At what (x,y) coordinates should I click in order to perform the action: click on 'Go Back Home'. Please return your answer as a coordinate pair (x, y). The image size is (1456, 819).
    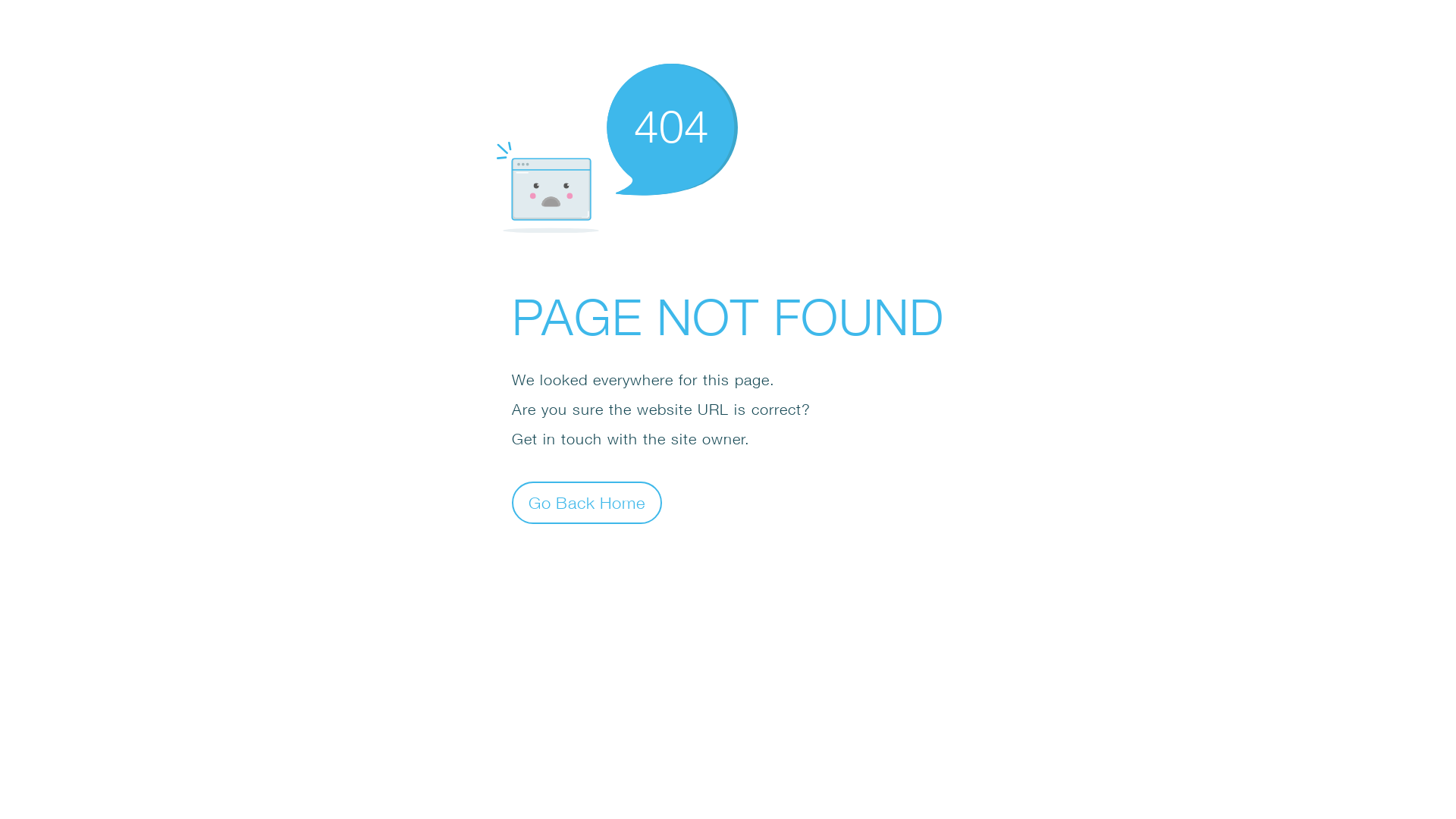
    Looking at the image, I should click on (585, 503).